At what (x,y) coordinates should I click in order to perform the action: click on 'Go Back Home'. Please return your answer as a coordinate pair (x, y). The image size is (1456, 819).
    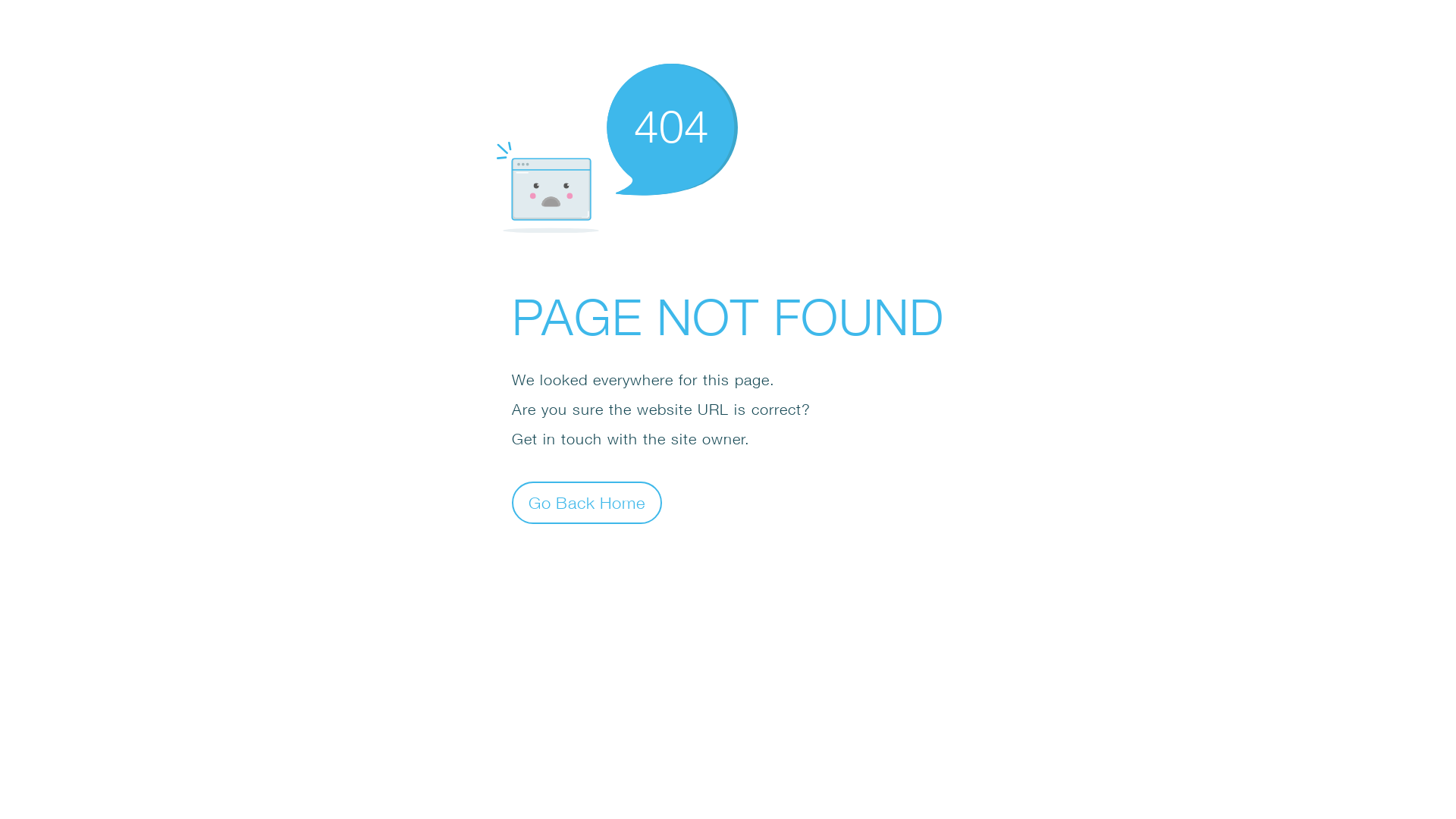
    Looking at the image, I should click on (585, 503).